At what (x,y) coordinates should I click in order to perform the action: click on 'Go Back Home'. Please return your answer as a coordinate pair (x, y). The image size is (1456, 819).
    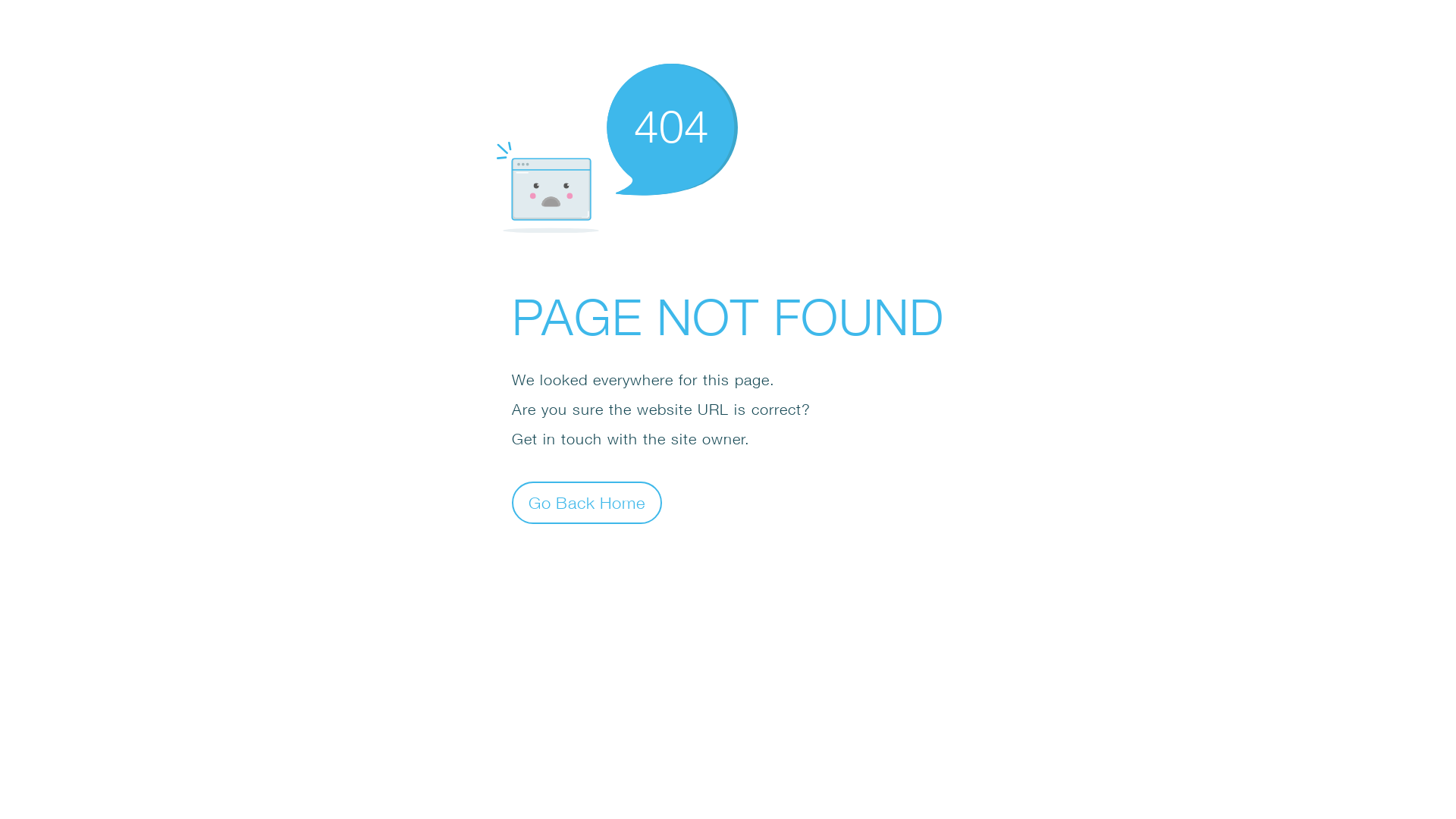
    Looking at the image, I should click on (585, 503).